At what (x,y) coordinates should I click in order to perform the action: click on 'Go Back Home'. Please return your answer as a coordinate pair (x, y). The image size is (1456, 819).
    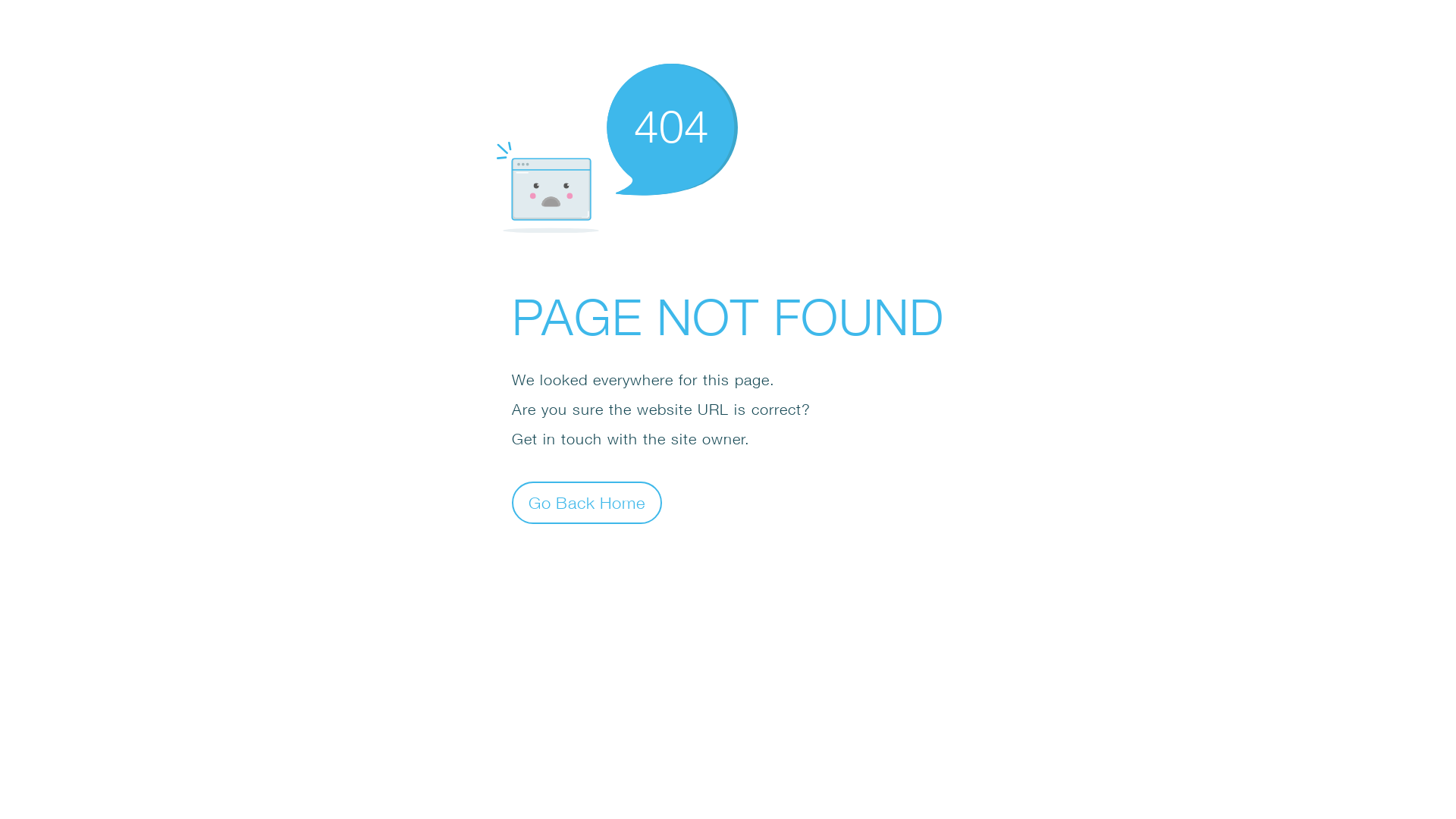
    Looking at the image, I should click on (585, 503).